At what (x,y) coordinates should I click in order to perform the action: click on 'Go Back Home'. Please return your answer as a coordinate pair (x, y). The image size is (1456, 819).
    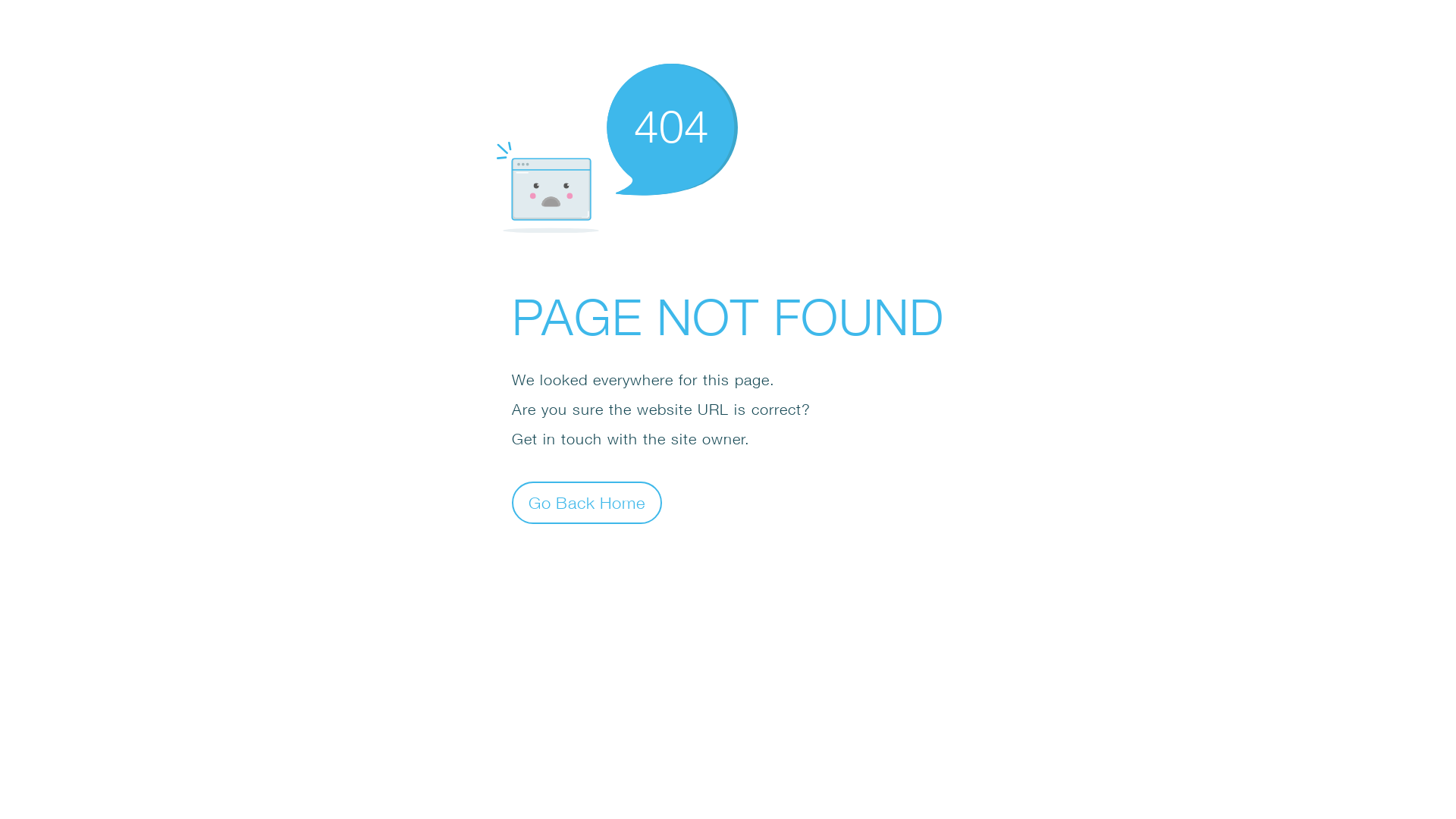
    Looking at the image, I should click on (585, 503).